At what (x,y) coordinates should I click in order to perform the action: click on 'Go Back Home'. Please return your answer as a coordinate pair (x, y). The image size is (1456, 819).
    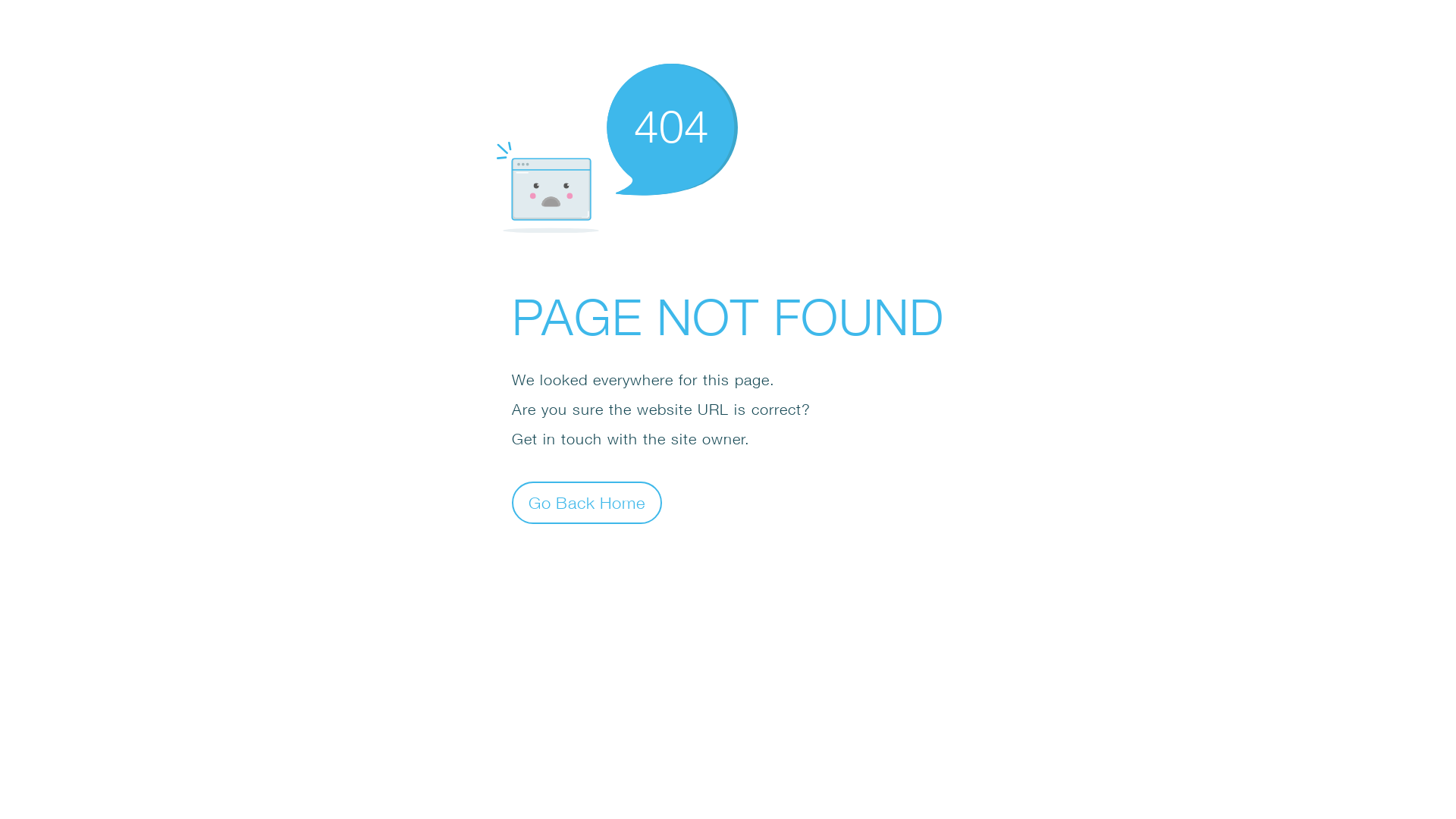
    Looking at the image, I should click on (585, 503).